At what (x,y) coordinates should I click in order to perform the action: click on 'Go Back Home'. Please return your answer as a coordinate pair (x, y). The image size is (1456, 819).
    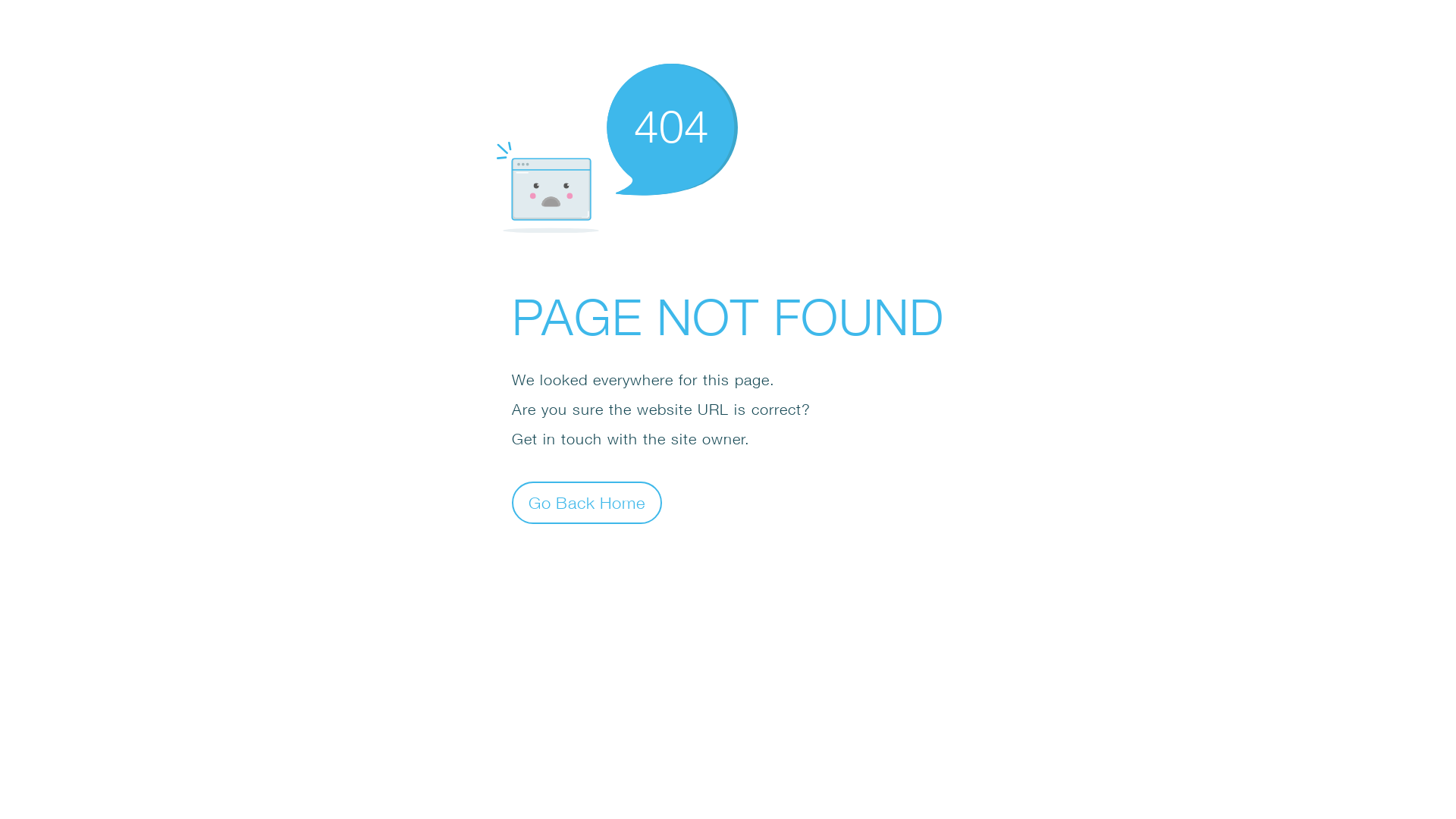
    Looking at the image, I should click on (585, 503).